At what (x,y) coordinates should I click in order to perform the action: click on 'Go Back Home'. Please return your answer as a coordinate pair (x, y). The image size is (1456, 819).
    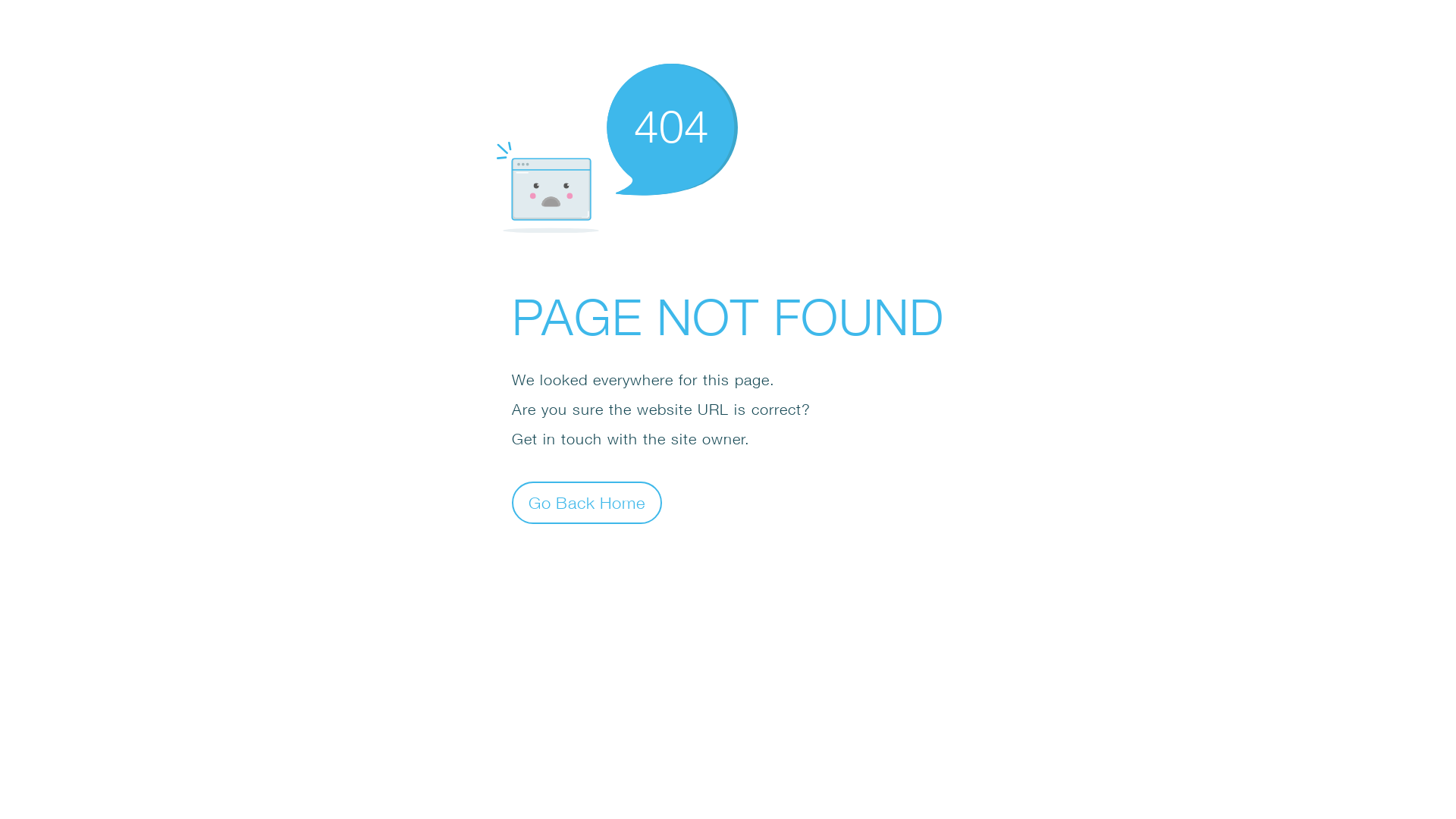
    Looking at the image, I should click on (585, 503).